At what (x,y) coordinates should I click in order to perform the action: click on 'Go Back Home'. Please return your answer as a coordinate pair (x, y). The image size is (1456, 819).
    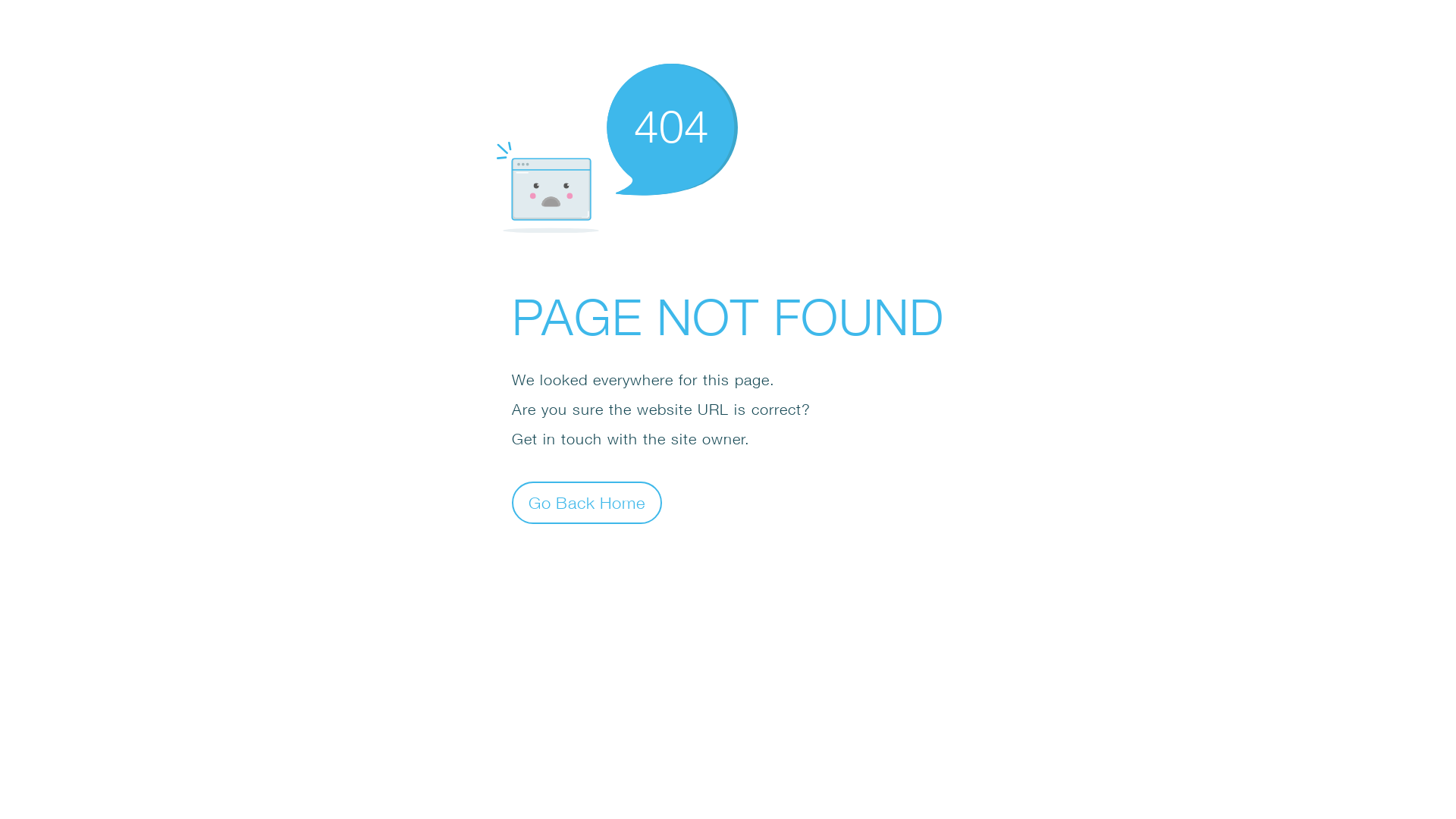
    Looking at the image, I should click on (585, 503).